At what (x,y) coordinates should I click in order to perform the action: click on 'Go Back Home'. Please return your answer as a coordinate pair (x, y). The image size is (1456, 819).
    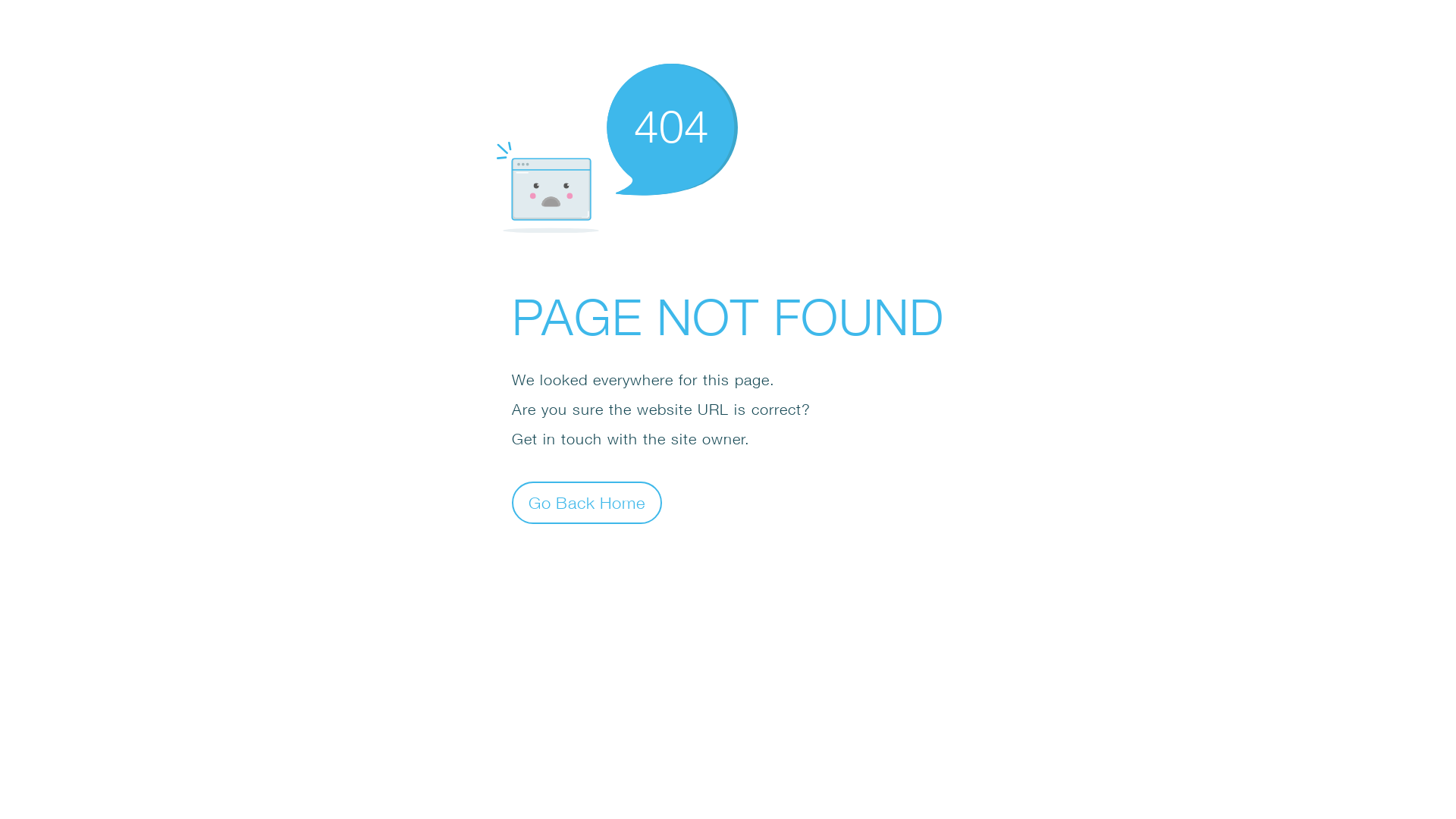
    Looking at the image, I should click on (585, 503).